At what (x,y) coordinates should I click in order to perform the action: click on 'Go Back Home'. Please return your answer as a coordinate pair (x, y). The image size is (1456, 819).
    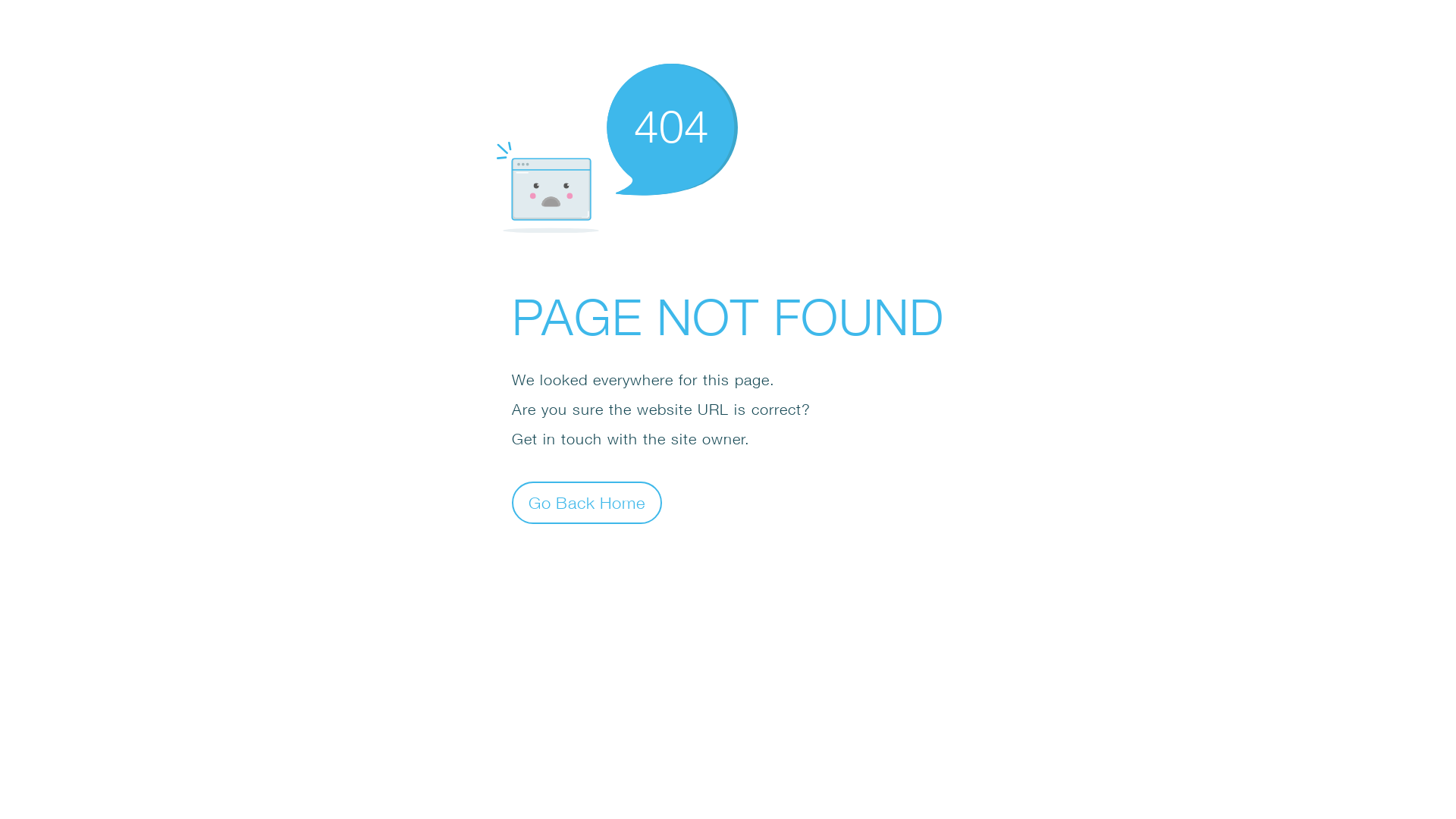
    Looking at the image, I should click on (585, 503).